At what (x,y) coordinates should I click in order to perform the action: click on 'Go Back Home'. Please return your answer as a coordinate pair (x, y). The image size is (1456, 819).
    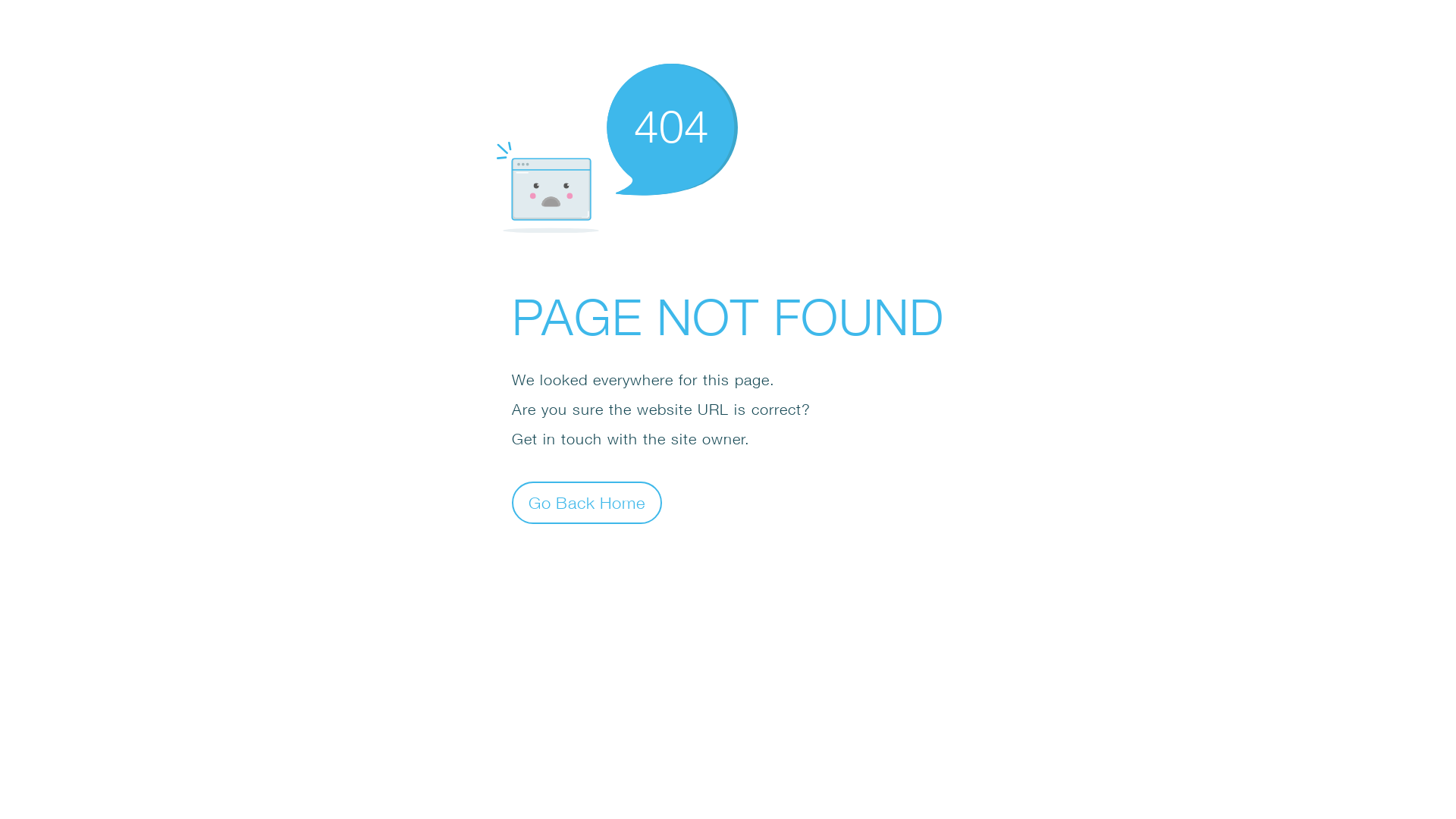
    Looking at the image, I should click on (585, 503).